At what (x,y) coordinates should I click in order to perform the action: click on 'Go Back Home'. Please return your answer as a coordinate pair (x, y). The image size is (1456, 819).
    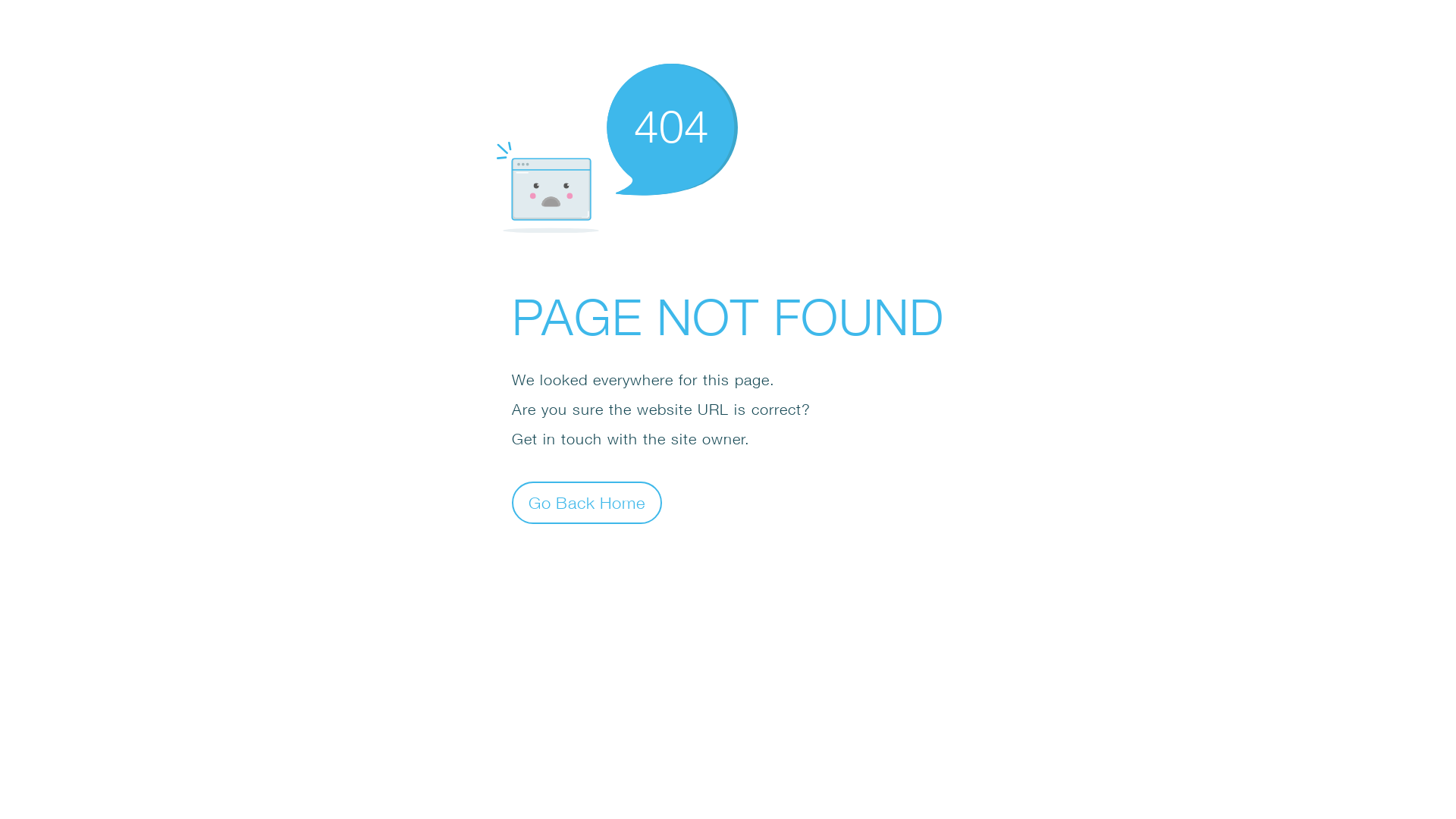
    Looking at the image, I should click on (585, 503).